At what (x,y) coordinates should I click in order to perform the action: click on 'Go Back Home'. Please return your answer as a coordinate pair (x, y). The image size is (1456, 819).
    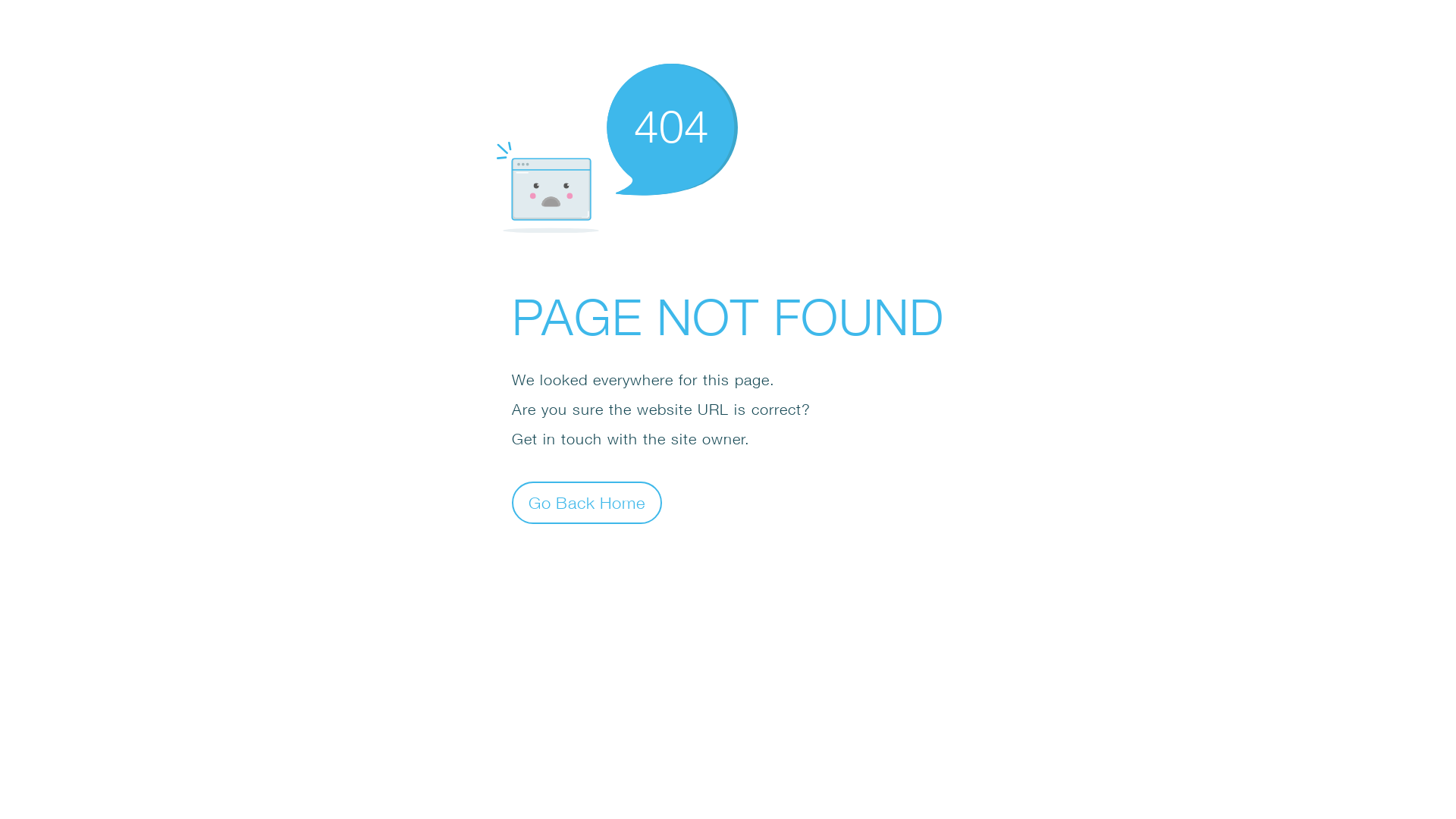
    Looking at the image, I should click on (585, 503).